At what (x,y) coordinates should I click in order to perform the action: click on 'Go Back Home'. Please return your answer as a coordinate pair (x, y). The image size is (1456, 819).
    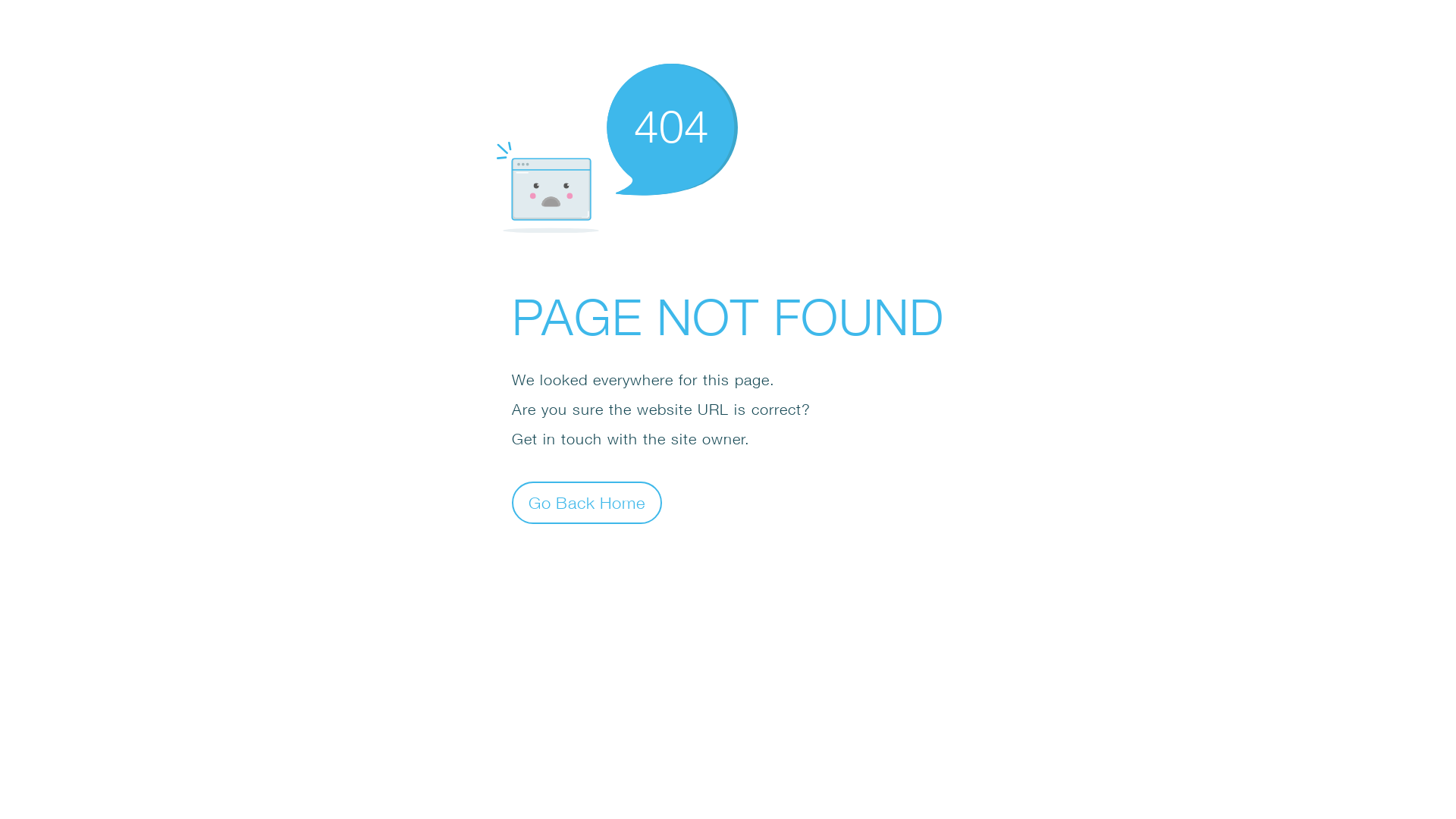
    Looking at the image, I should click on (585, 503).